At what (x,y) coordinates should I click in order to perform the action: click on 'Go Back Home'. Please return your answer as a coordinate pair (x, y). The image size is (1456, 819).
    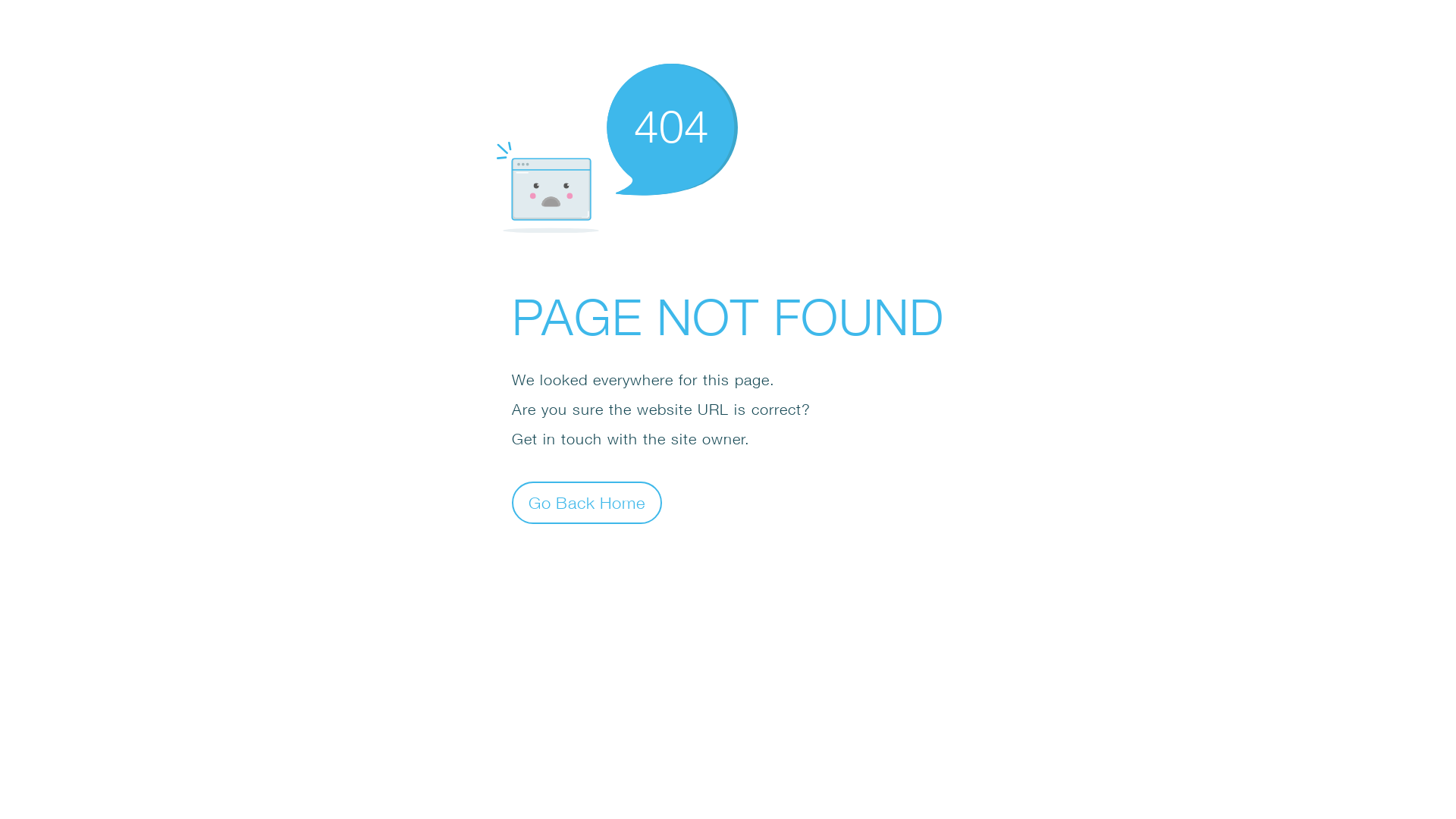
    Looking at the image, I should click on (585, 503).